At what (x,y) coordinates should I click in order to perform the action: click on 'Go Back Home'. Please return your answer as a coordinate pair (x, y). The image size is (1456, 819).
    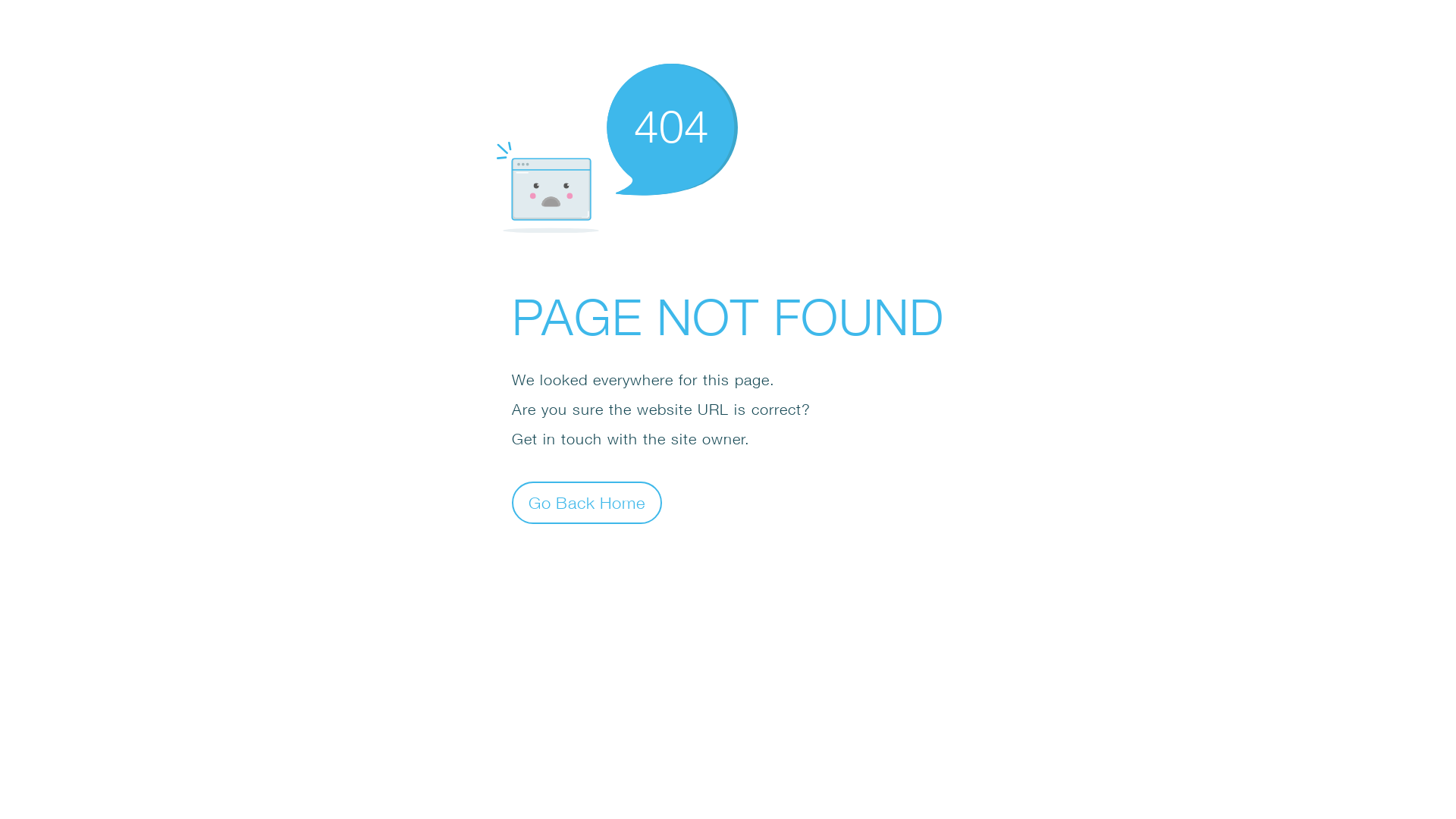
    Looking at the image, I should click on (585, 503).